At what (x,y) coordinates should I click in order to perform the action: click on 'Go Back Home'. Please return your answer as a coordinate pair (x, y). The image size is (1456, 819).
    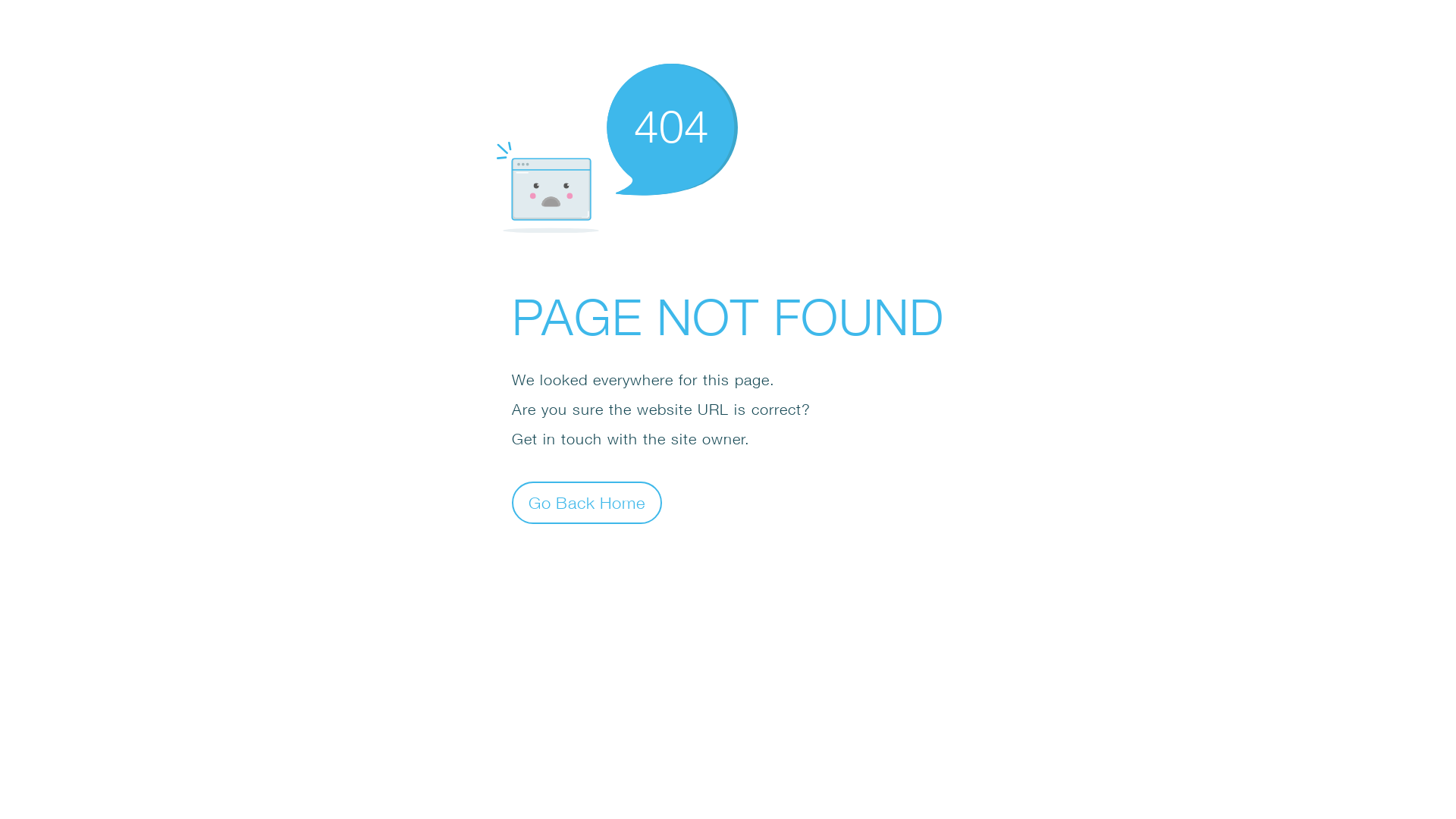
    Looking at the image, I should click on (585, 503).